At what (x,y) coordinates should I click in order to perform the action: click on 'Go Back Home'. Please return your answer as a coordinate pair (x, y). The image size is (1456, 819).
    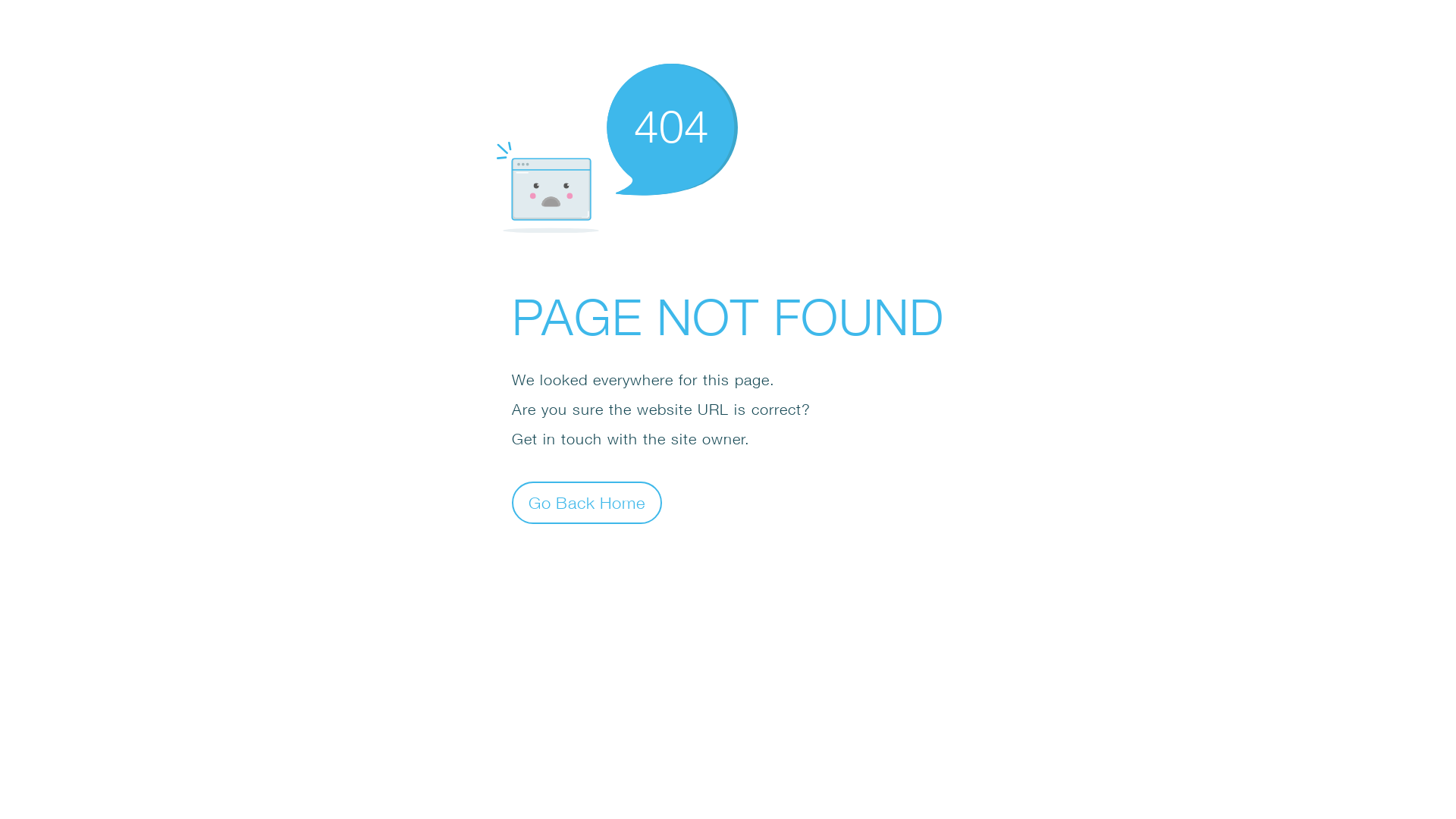
    Looking at the image, I should click on (585, 503).